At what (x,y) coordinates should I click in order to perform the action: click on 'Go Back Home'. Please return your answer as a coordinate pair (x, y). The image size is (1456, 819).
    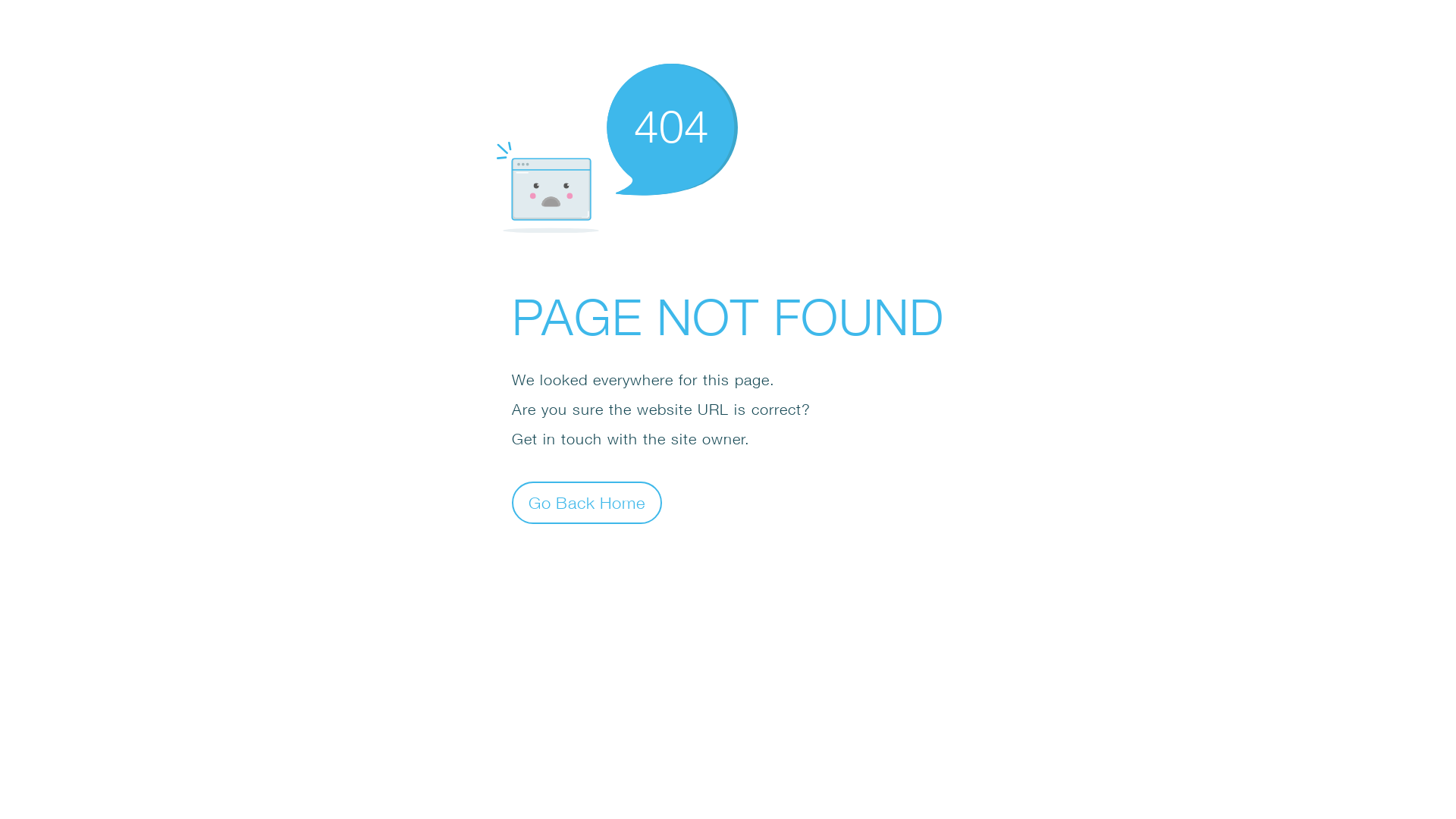
    Looking at the image, I should click on (585, 503).